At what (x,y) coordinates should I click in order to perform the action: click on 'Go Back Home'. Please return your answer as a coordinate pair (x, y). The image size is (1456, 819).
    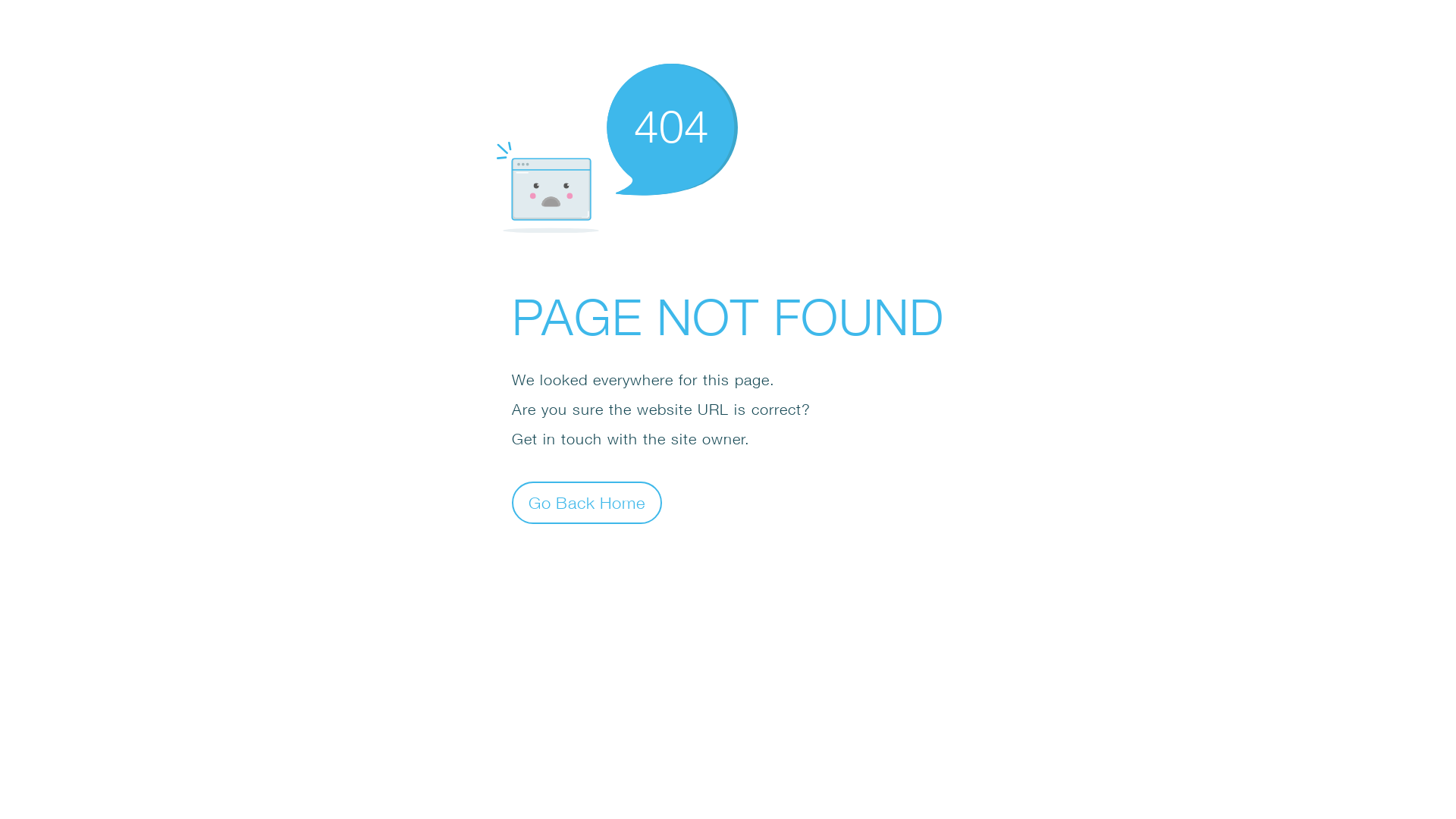
    Looking at the image, I should click on (585, 503).